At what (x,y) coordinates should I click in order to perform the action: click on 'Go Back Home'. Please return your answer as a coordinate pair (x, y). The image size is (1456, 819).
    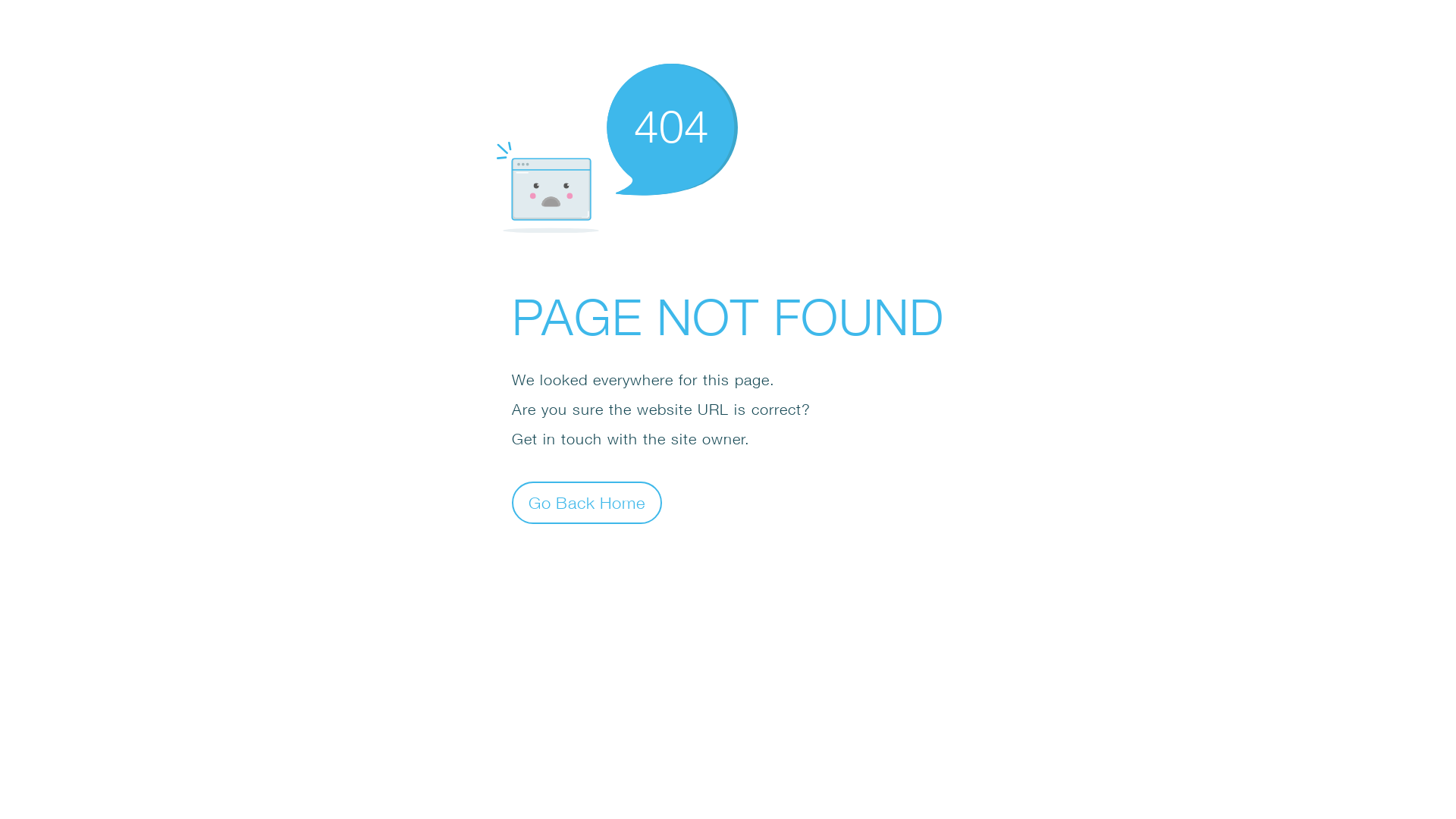
    Looking at the image, I should click on (585, 503).